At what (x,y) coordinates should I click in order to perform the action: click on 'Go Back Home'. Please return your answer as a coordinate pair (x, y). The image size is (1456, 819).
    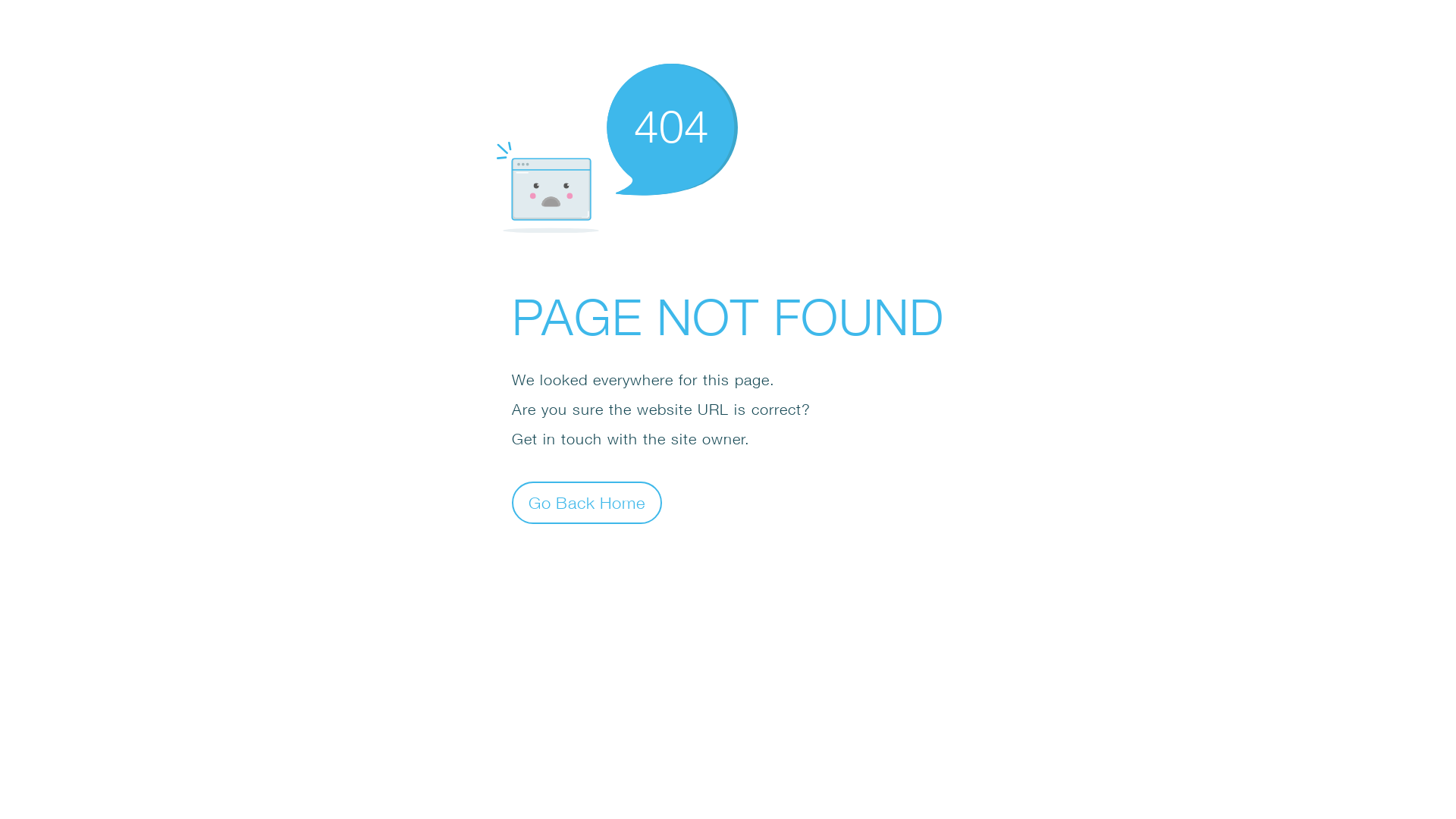
    Looking at the image, I should click on (585, 503).